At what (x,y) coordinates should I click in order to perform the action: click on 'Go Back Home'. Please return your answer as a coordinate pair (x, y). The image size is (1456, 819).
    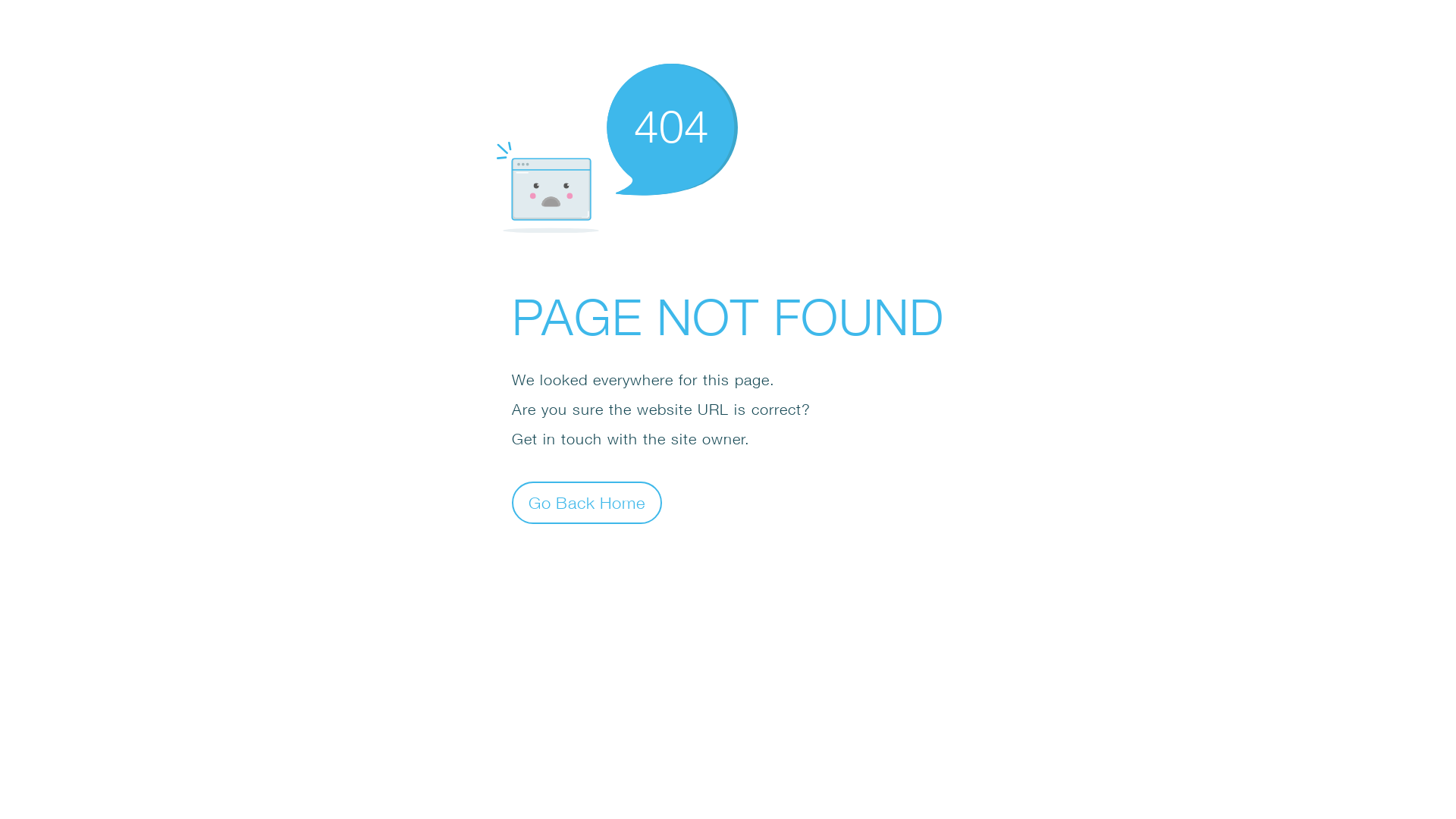
    Looking at the image, I should click on (585, 503).